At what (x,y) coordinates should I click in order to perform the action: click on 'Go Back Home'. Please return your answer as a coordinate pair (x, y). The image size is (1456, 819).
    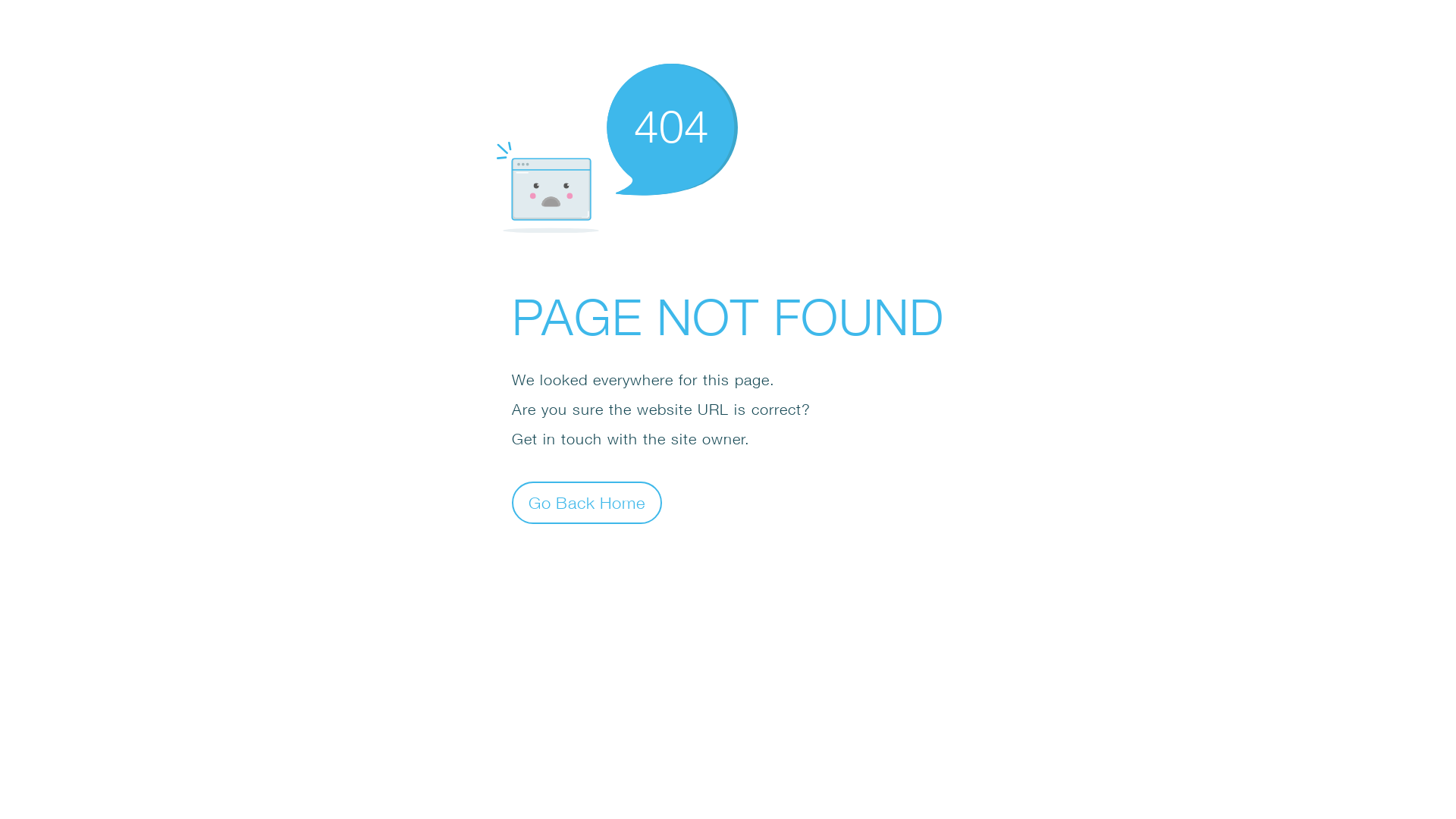
    Looking at the image, I should click on (585, 503).